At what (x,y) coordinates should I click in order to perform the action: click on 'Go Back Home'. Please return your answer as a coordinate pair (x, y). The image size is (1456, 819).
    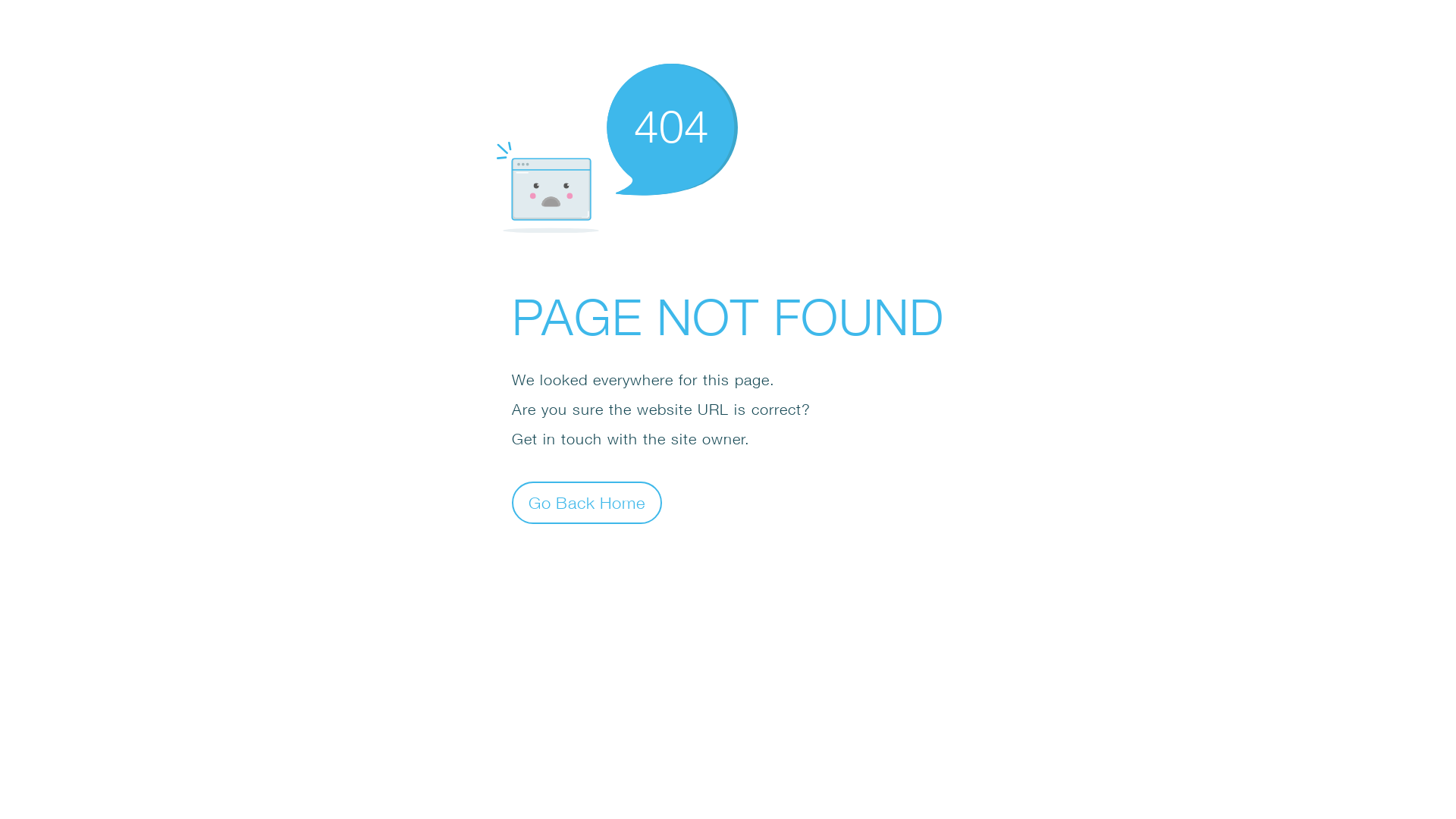
    Looking at the image, I should click on (585, 503).